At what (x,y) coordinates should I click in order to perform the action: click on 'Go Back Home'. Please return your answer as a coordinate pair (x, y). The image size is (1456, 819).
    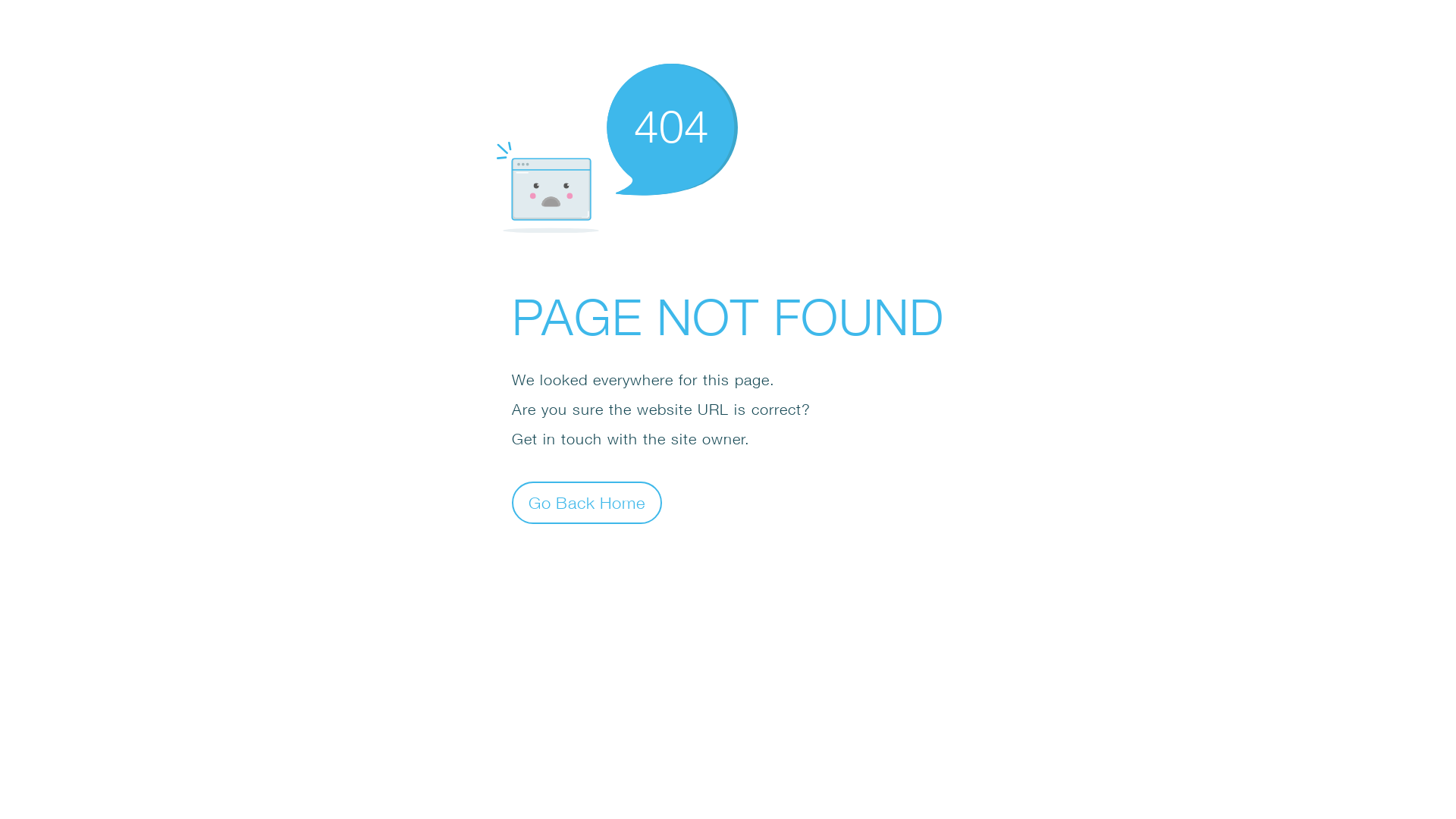
    Looking at the image, I should click on (585, 503).